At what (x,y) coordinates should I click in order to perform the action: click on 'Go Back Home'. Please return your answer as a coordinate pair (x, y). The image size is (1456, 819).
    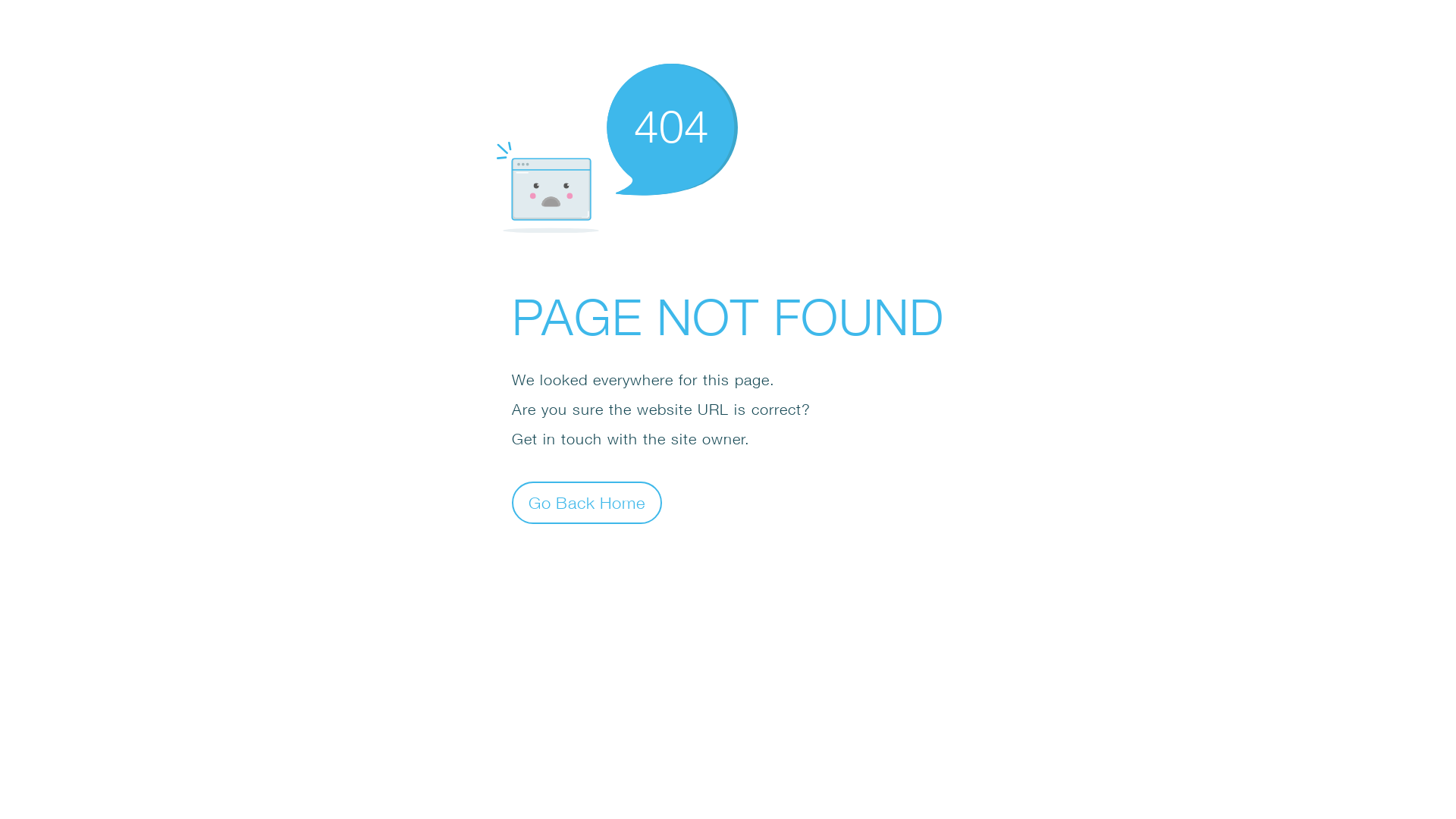
    Looking at the image, I should click on (585, 503).